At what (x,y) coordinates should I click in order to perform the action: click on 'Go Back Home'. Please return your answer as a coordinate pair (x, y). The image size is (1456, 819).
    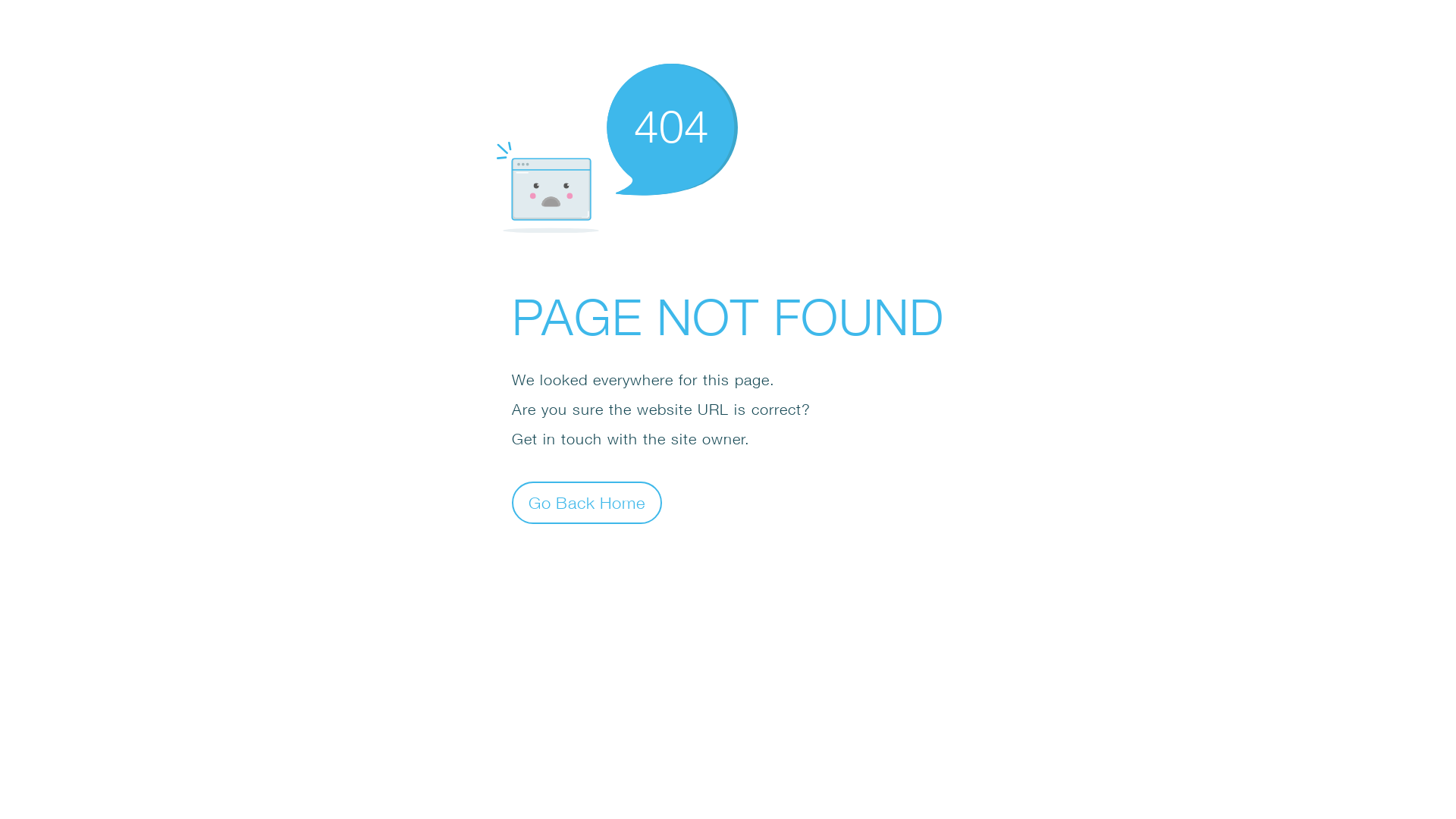
    Looking at the image, I should click on (585, 503).